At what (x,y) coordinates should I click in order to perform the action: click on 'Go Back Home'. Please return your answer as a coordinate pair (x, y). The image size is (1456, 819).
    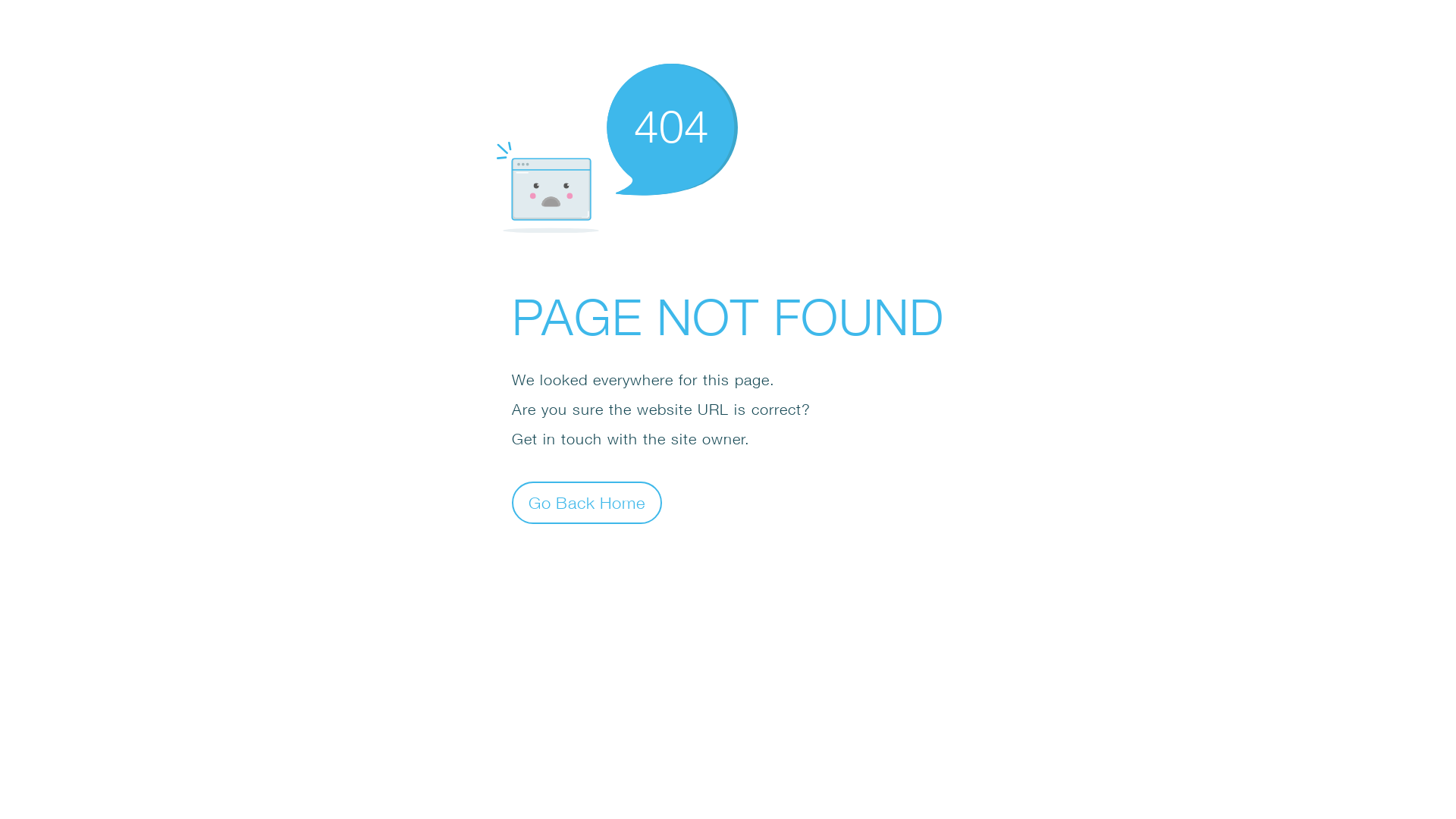
    Looking at the image, I should click on (585, 503).